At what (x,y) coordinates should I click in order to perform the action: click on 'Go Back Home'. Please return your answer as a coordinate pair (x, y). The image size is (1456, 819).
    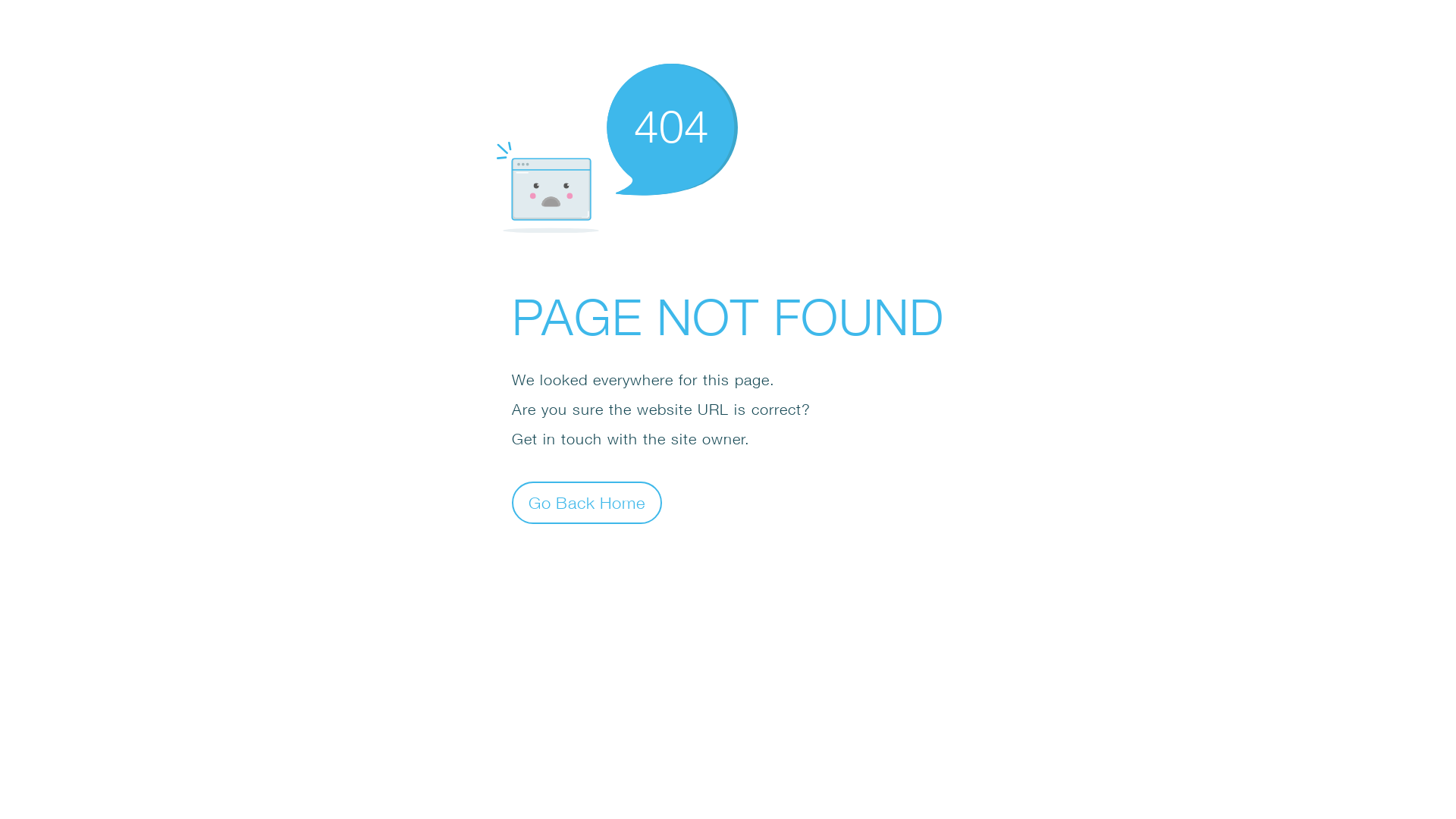
    Looking at the image, I should click on (585, 503).